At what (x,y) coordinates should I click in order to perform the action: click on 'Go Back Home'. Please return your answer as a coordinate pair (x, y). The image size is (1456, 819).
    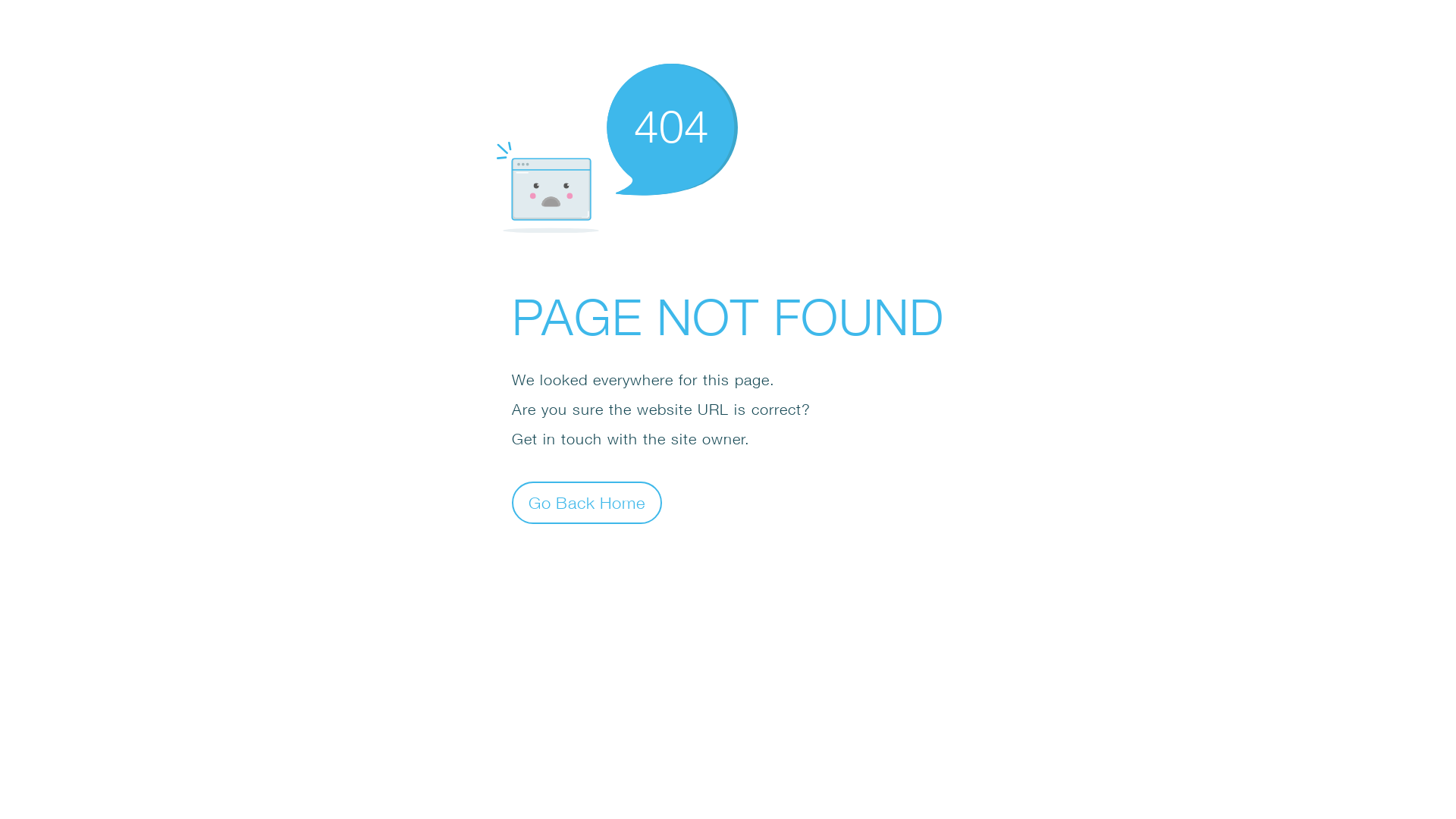
    Looking at the image, I should click on (585, 503).